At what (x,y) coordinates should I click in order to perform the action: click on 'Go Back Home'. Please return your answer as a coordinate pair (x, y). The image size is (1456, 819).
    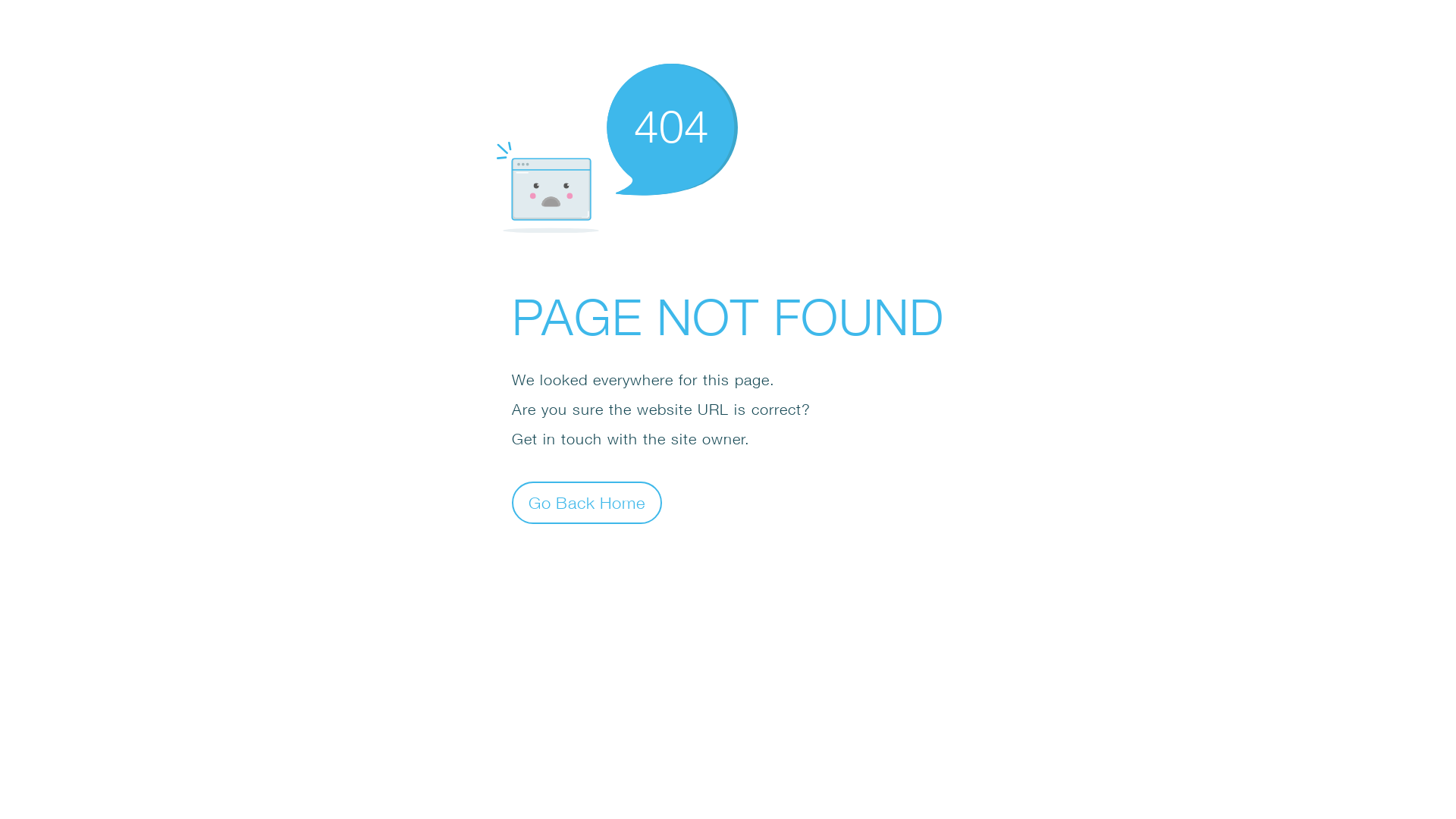
    Looking at the image, I should click on (585, 503).